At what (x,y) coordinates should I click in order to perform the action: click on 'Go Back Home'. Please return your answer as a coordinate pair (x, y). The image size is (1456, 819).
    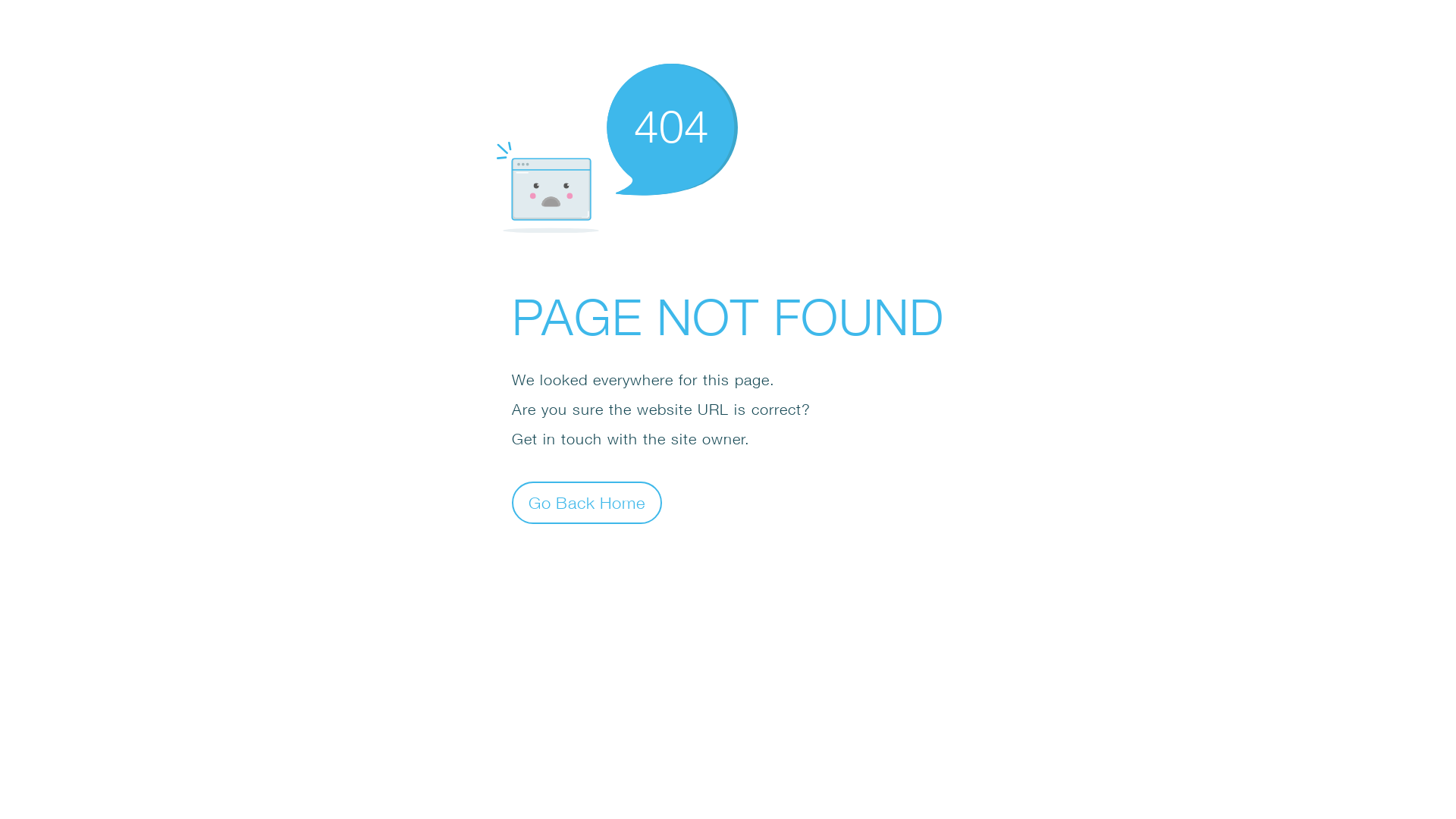
    Looking at the image, I should click on (585, 503).